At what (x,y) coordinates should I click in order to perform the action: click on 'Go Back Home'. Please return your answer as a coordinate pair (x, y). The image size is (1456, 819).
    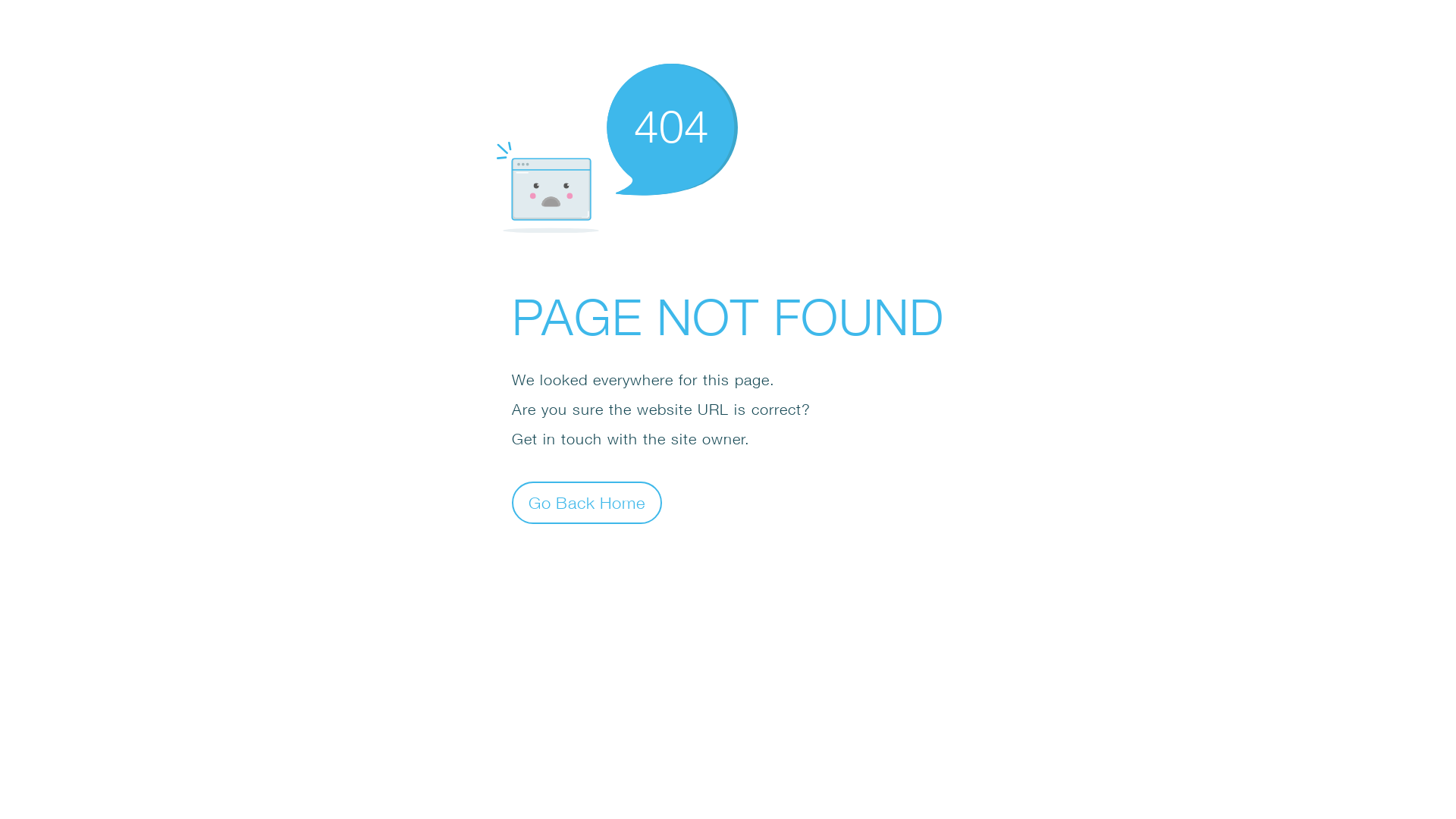
    Looking at the image, I should click on (585, 503).